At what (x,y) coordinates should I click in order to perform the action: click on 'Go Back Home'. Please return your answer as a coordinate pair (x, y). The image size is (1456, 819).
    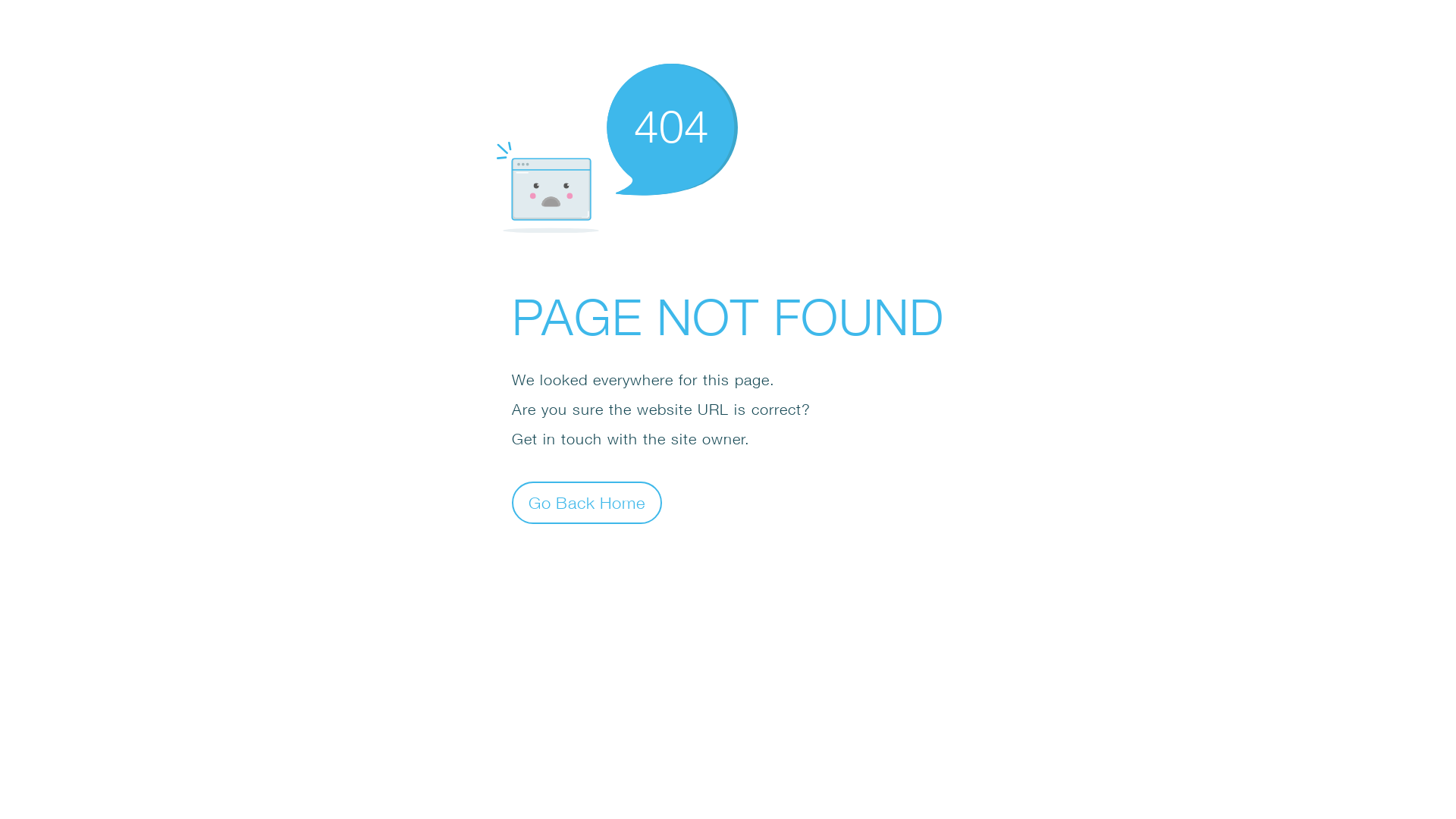
    Looking at the image, I should click on (585, 503).